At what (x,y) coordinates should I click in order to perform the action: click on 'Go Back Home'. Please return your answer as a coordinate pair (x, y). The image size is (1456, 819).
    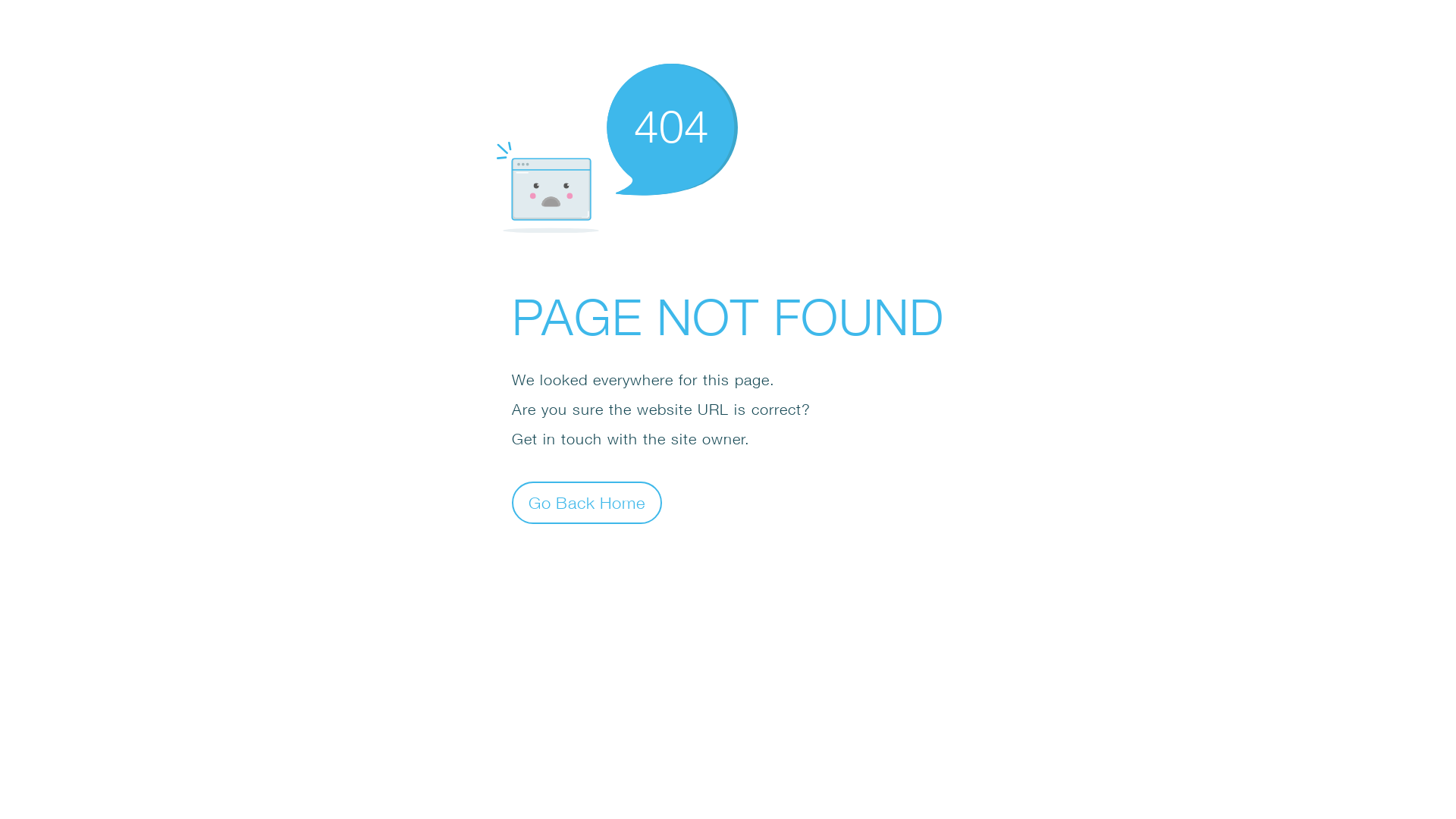
    Looking at the image, I should click on (585, 503).